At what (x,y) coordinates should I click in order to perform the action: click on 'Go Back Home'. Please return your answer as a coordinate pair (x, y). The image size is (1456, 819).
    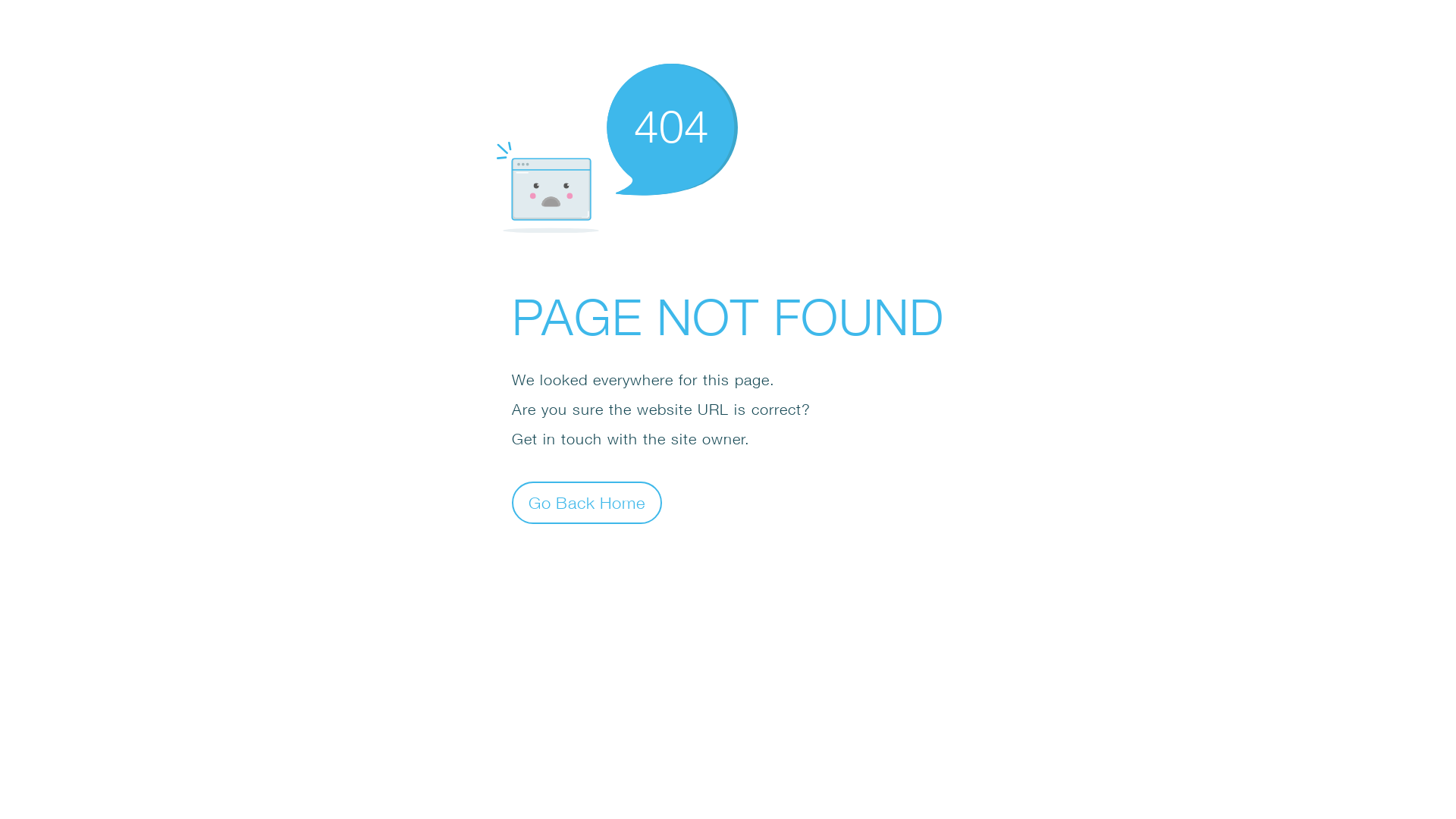
    Looking at the image, I should click on (585, 503).